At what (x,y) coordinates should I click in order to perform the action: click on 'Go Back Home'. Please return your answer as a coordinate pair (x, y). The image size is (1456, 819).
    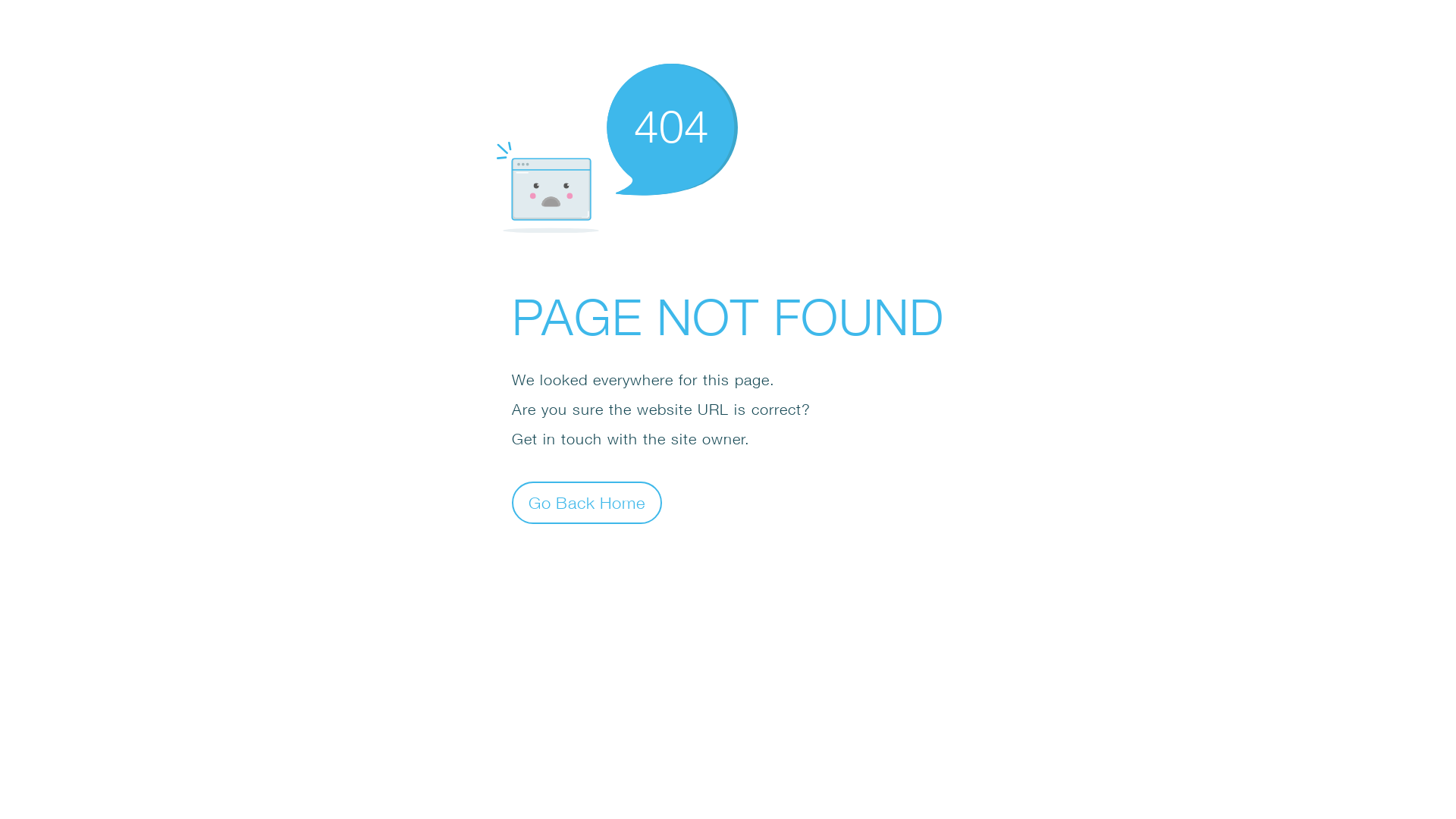
    Looking at the image, I should click on (585, 503).